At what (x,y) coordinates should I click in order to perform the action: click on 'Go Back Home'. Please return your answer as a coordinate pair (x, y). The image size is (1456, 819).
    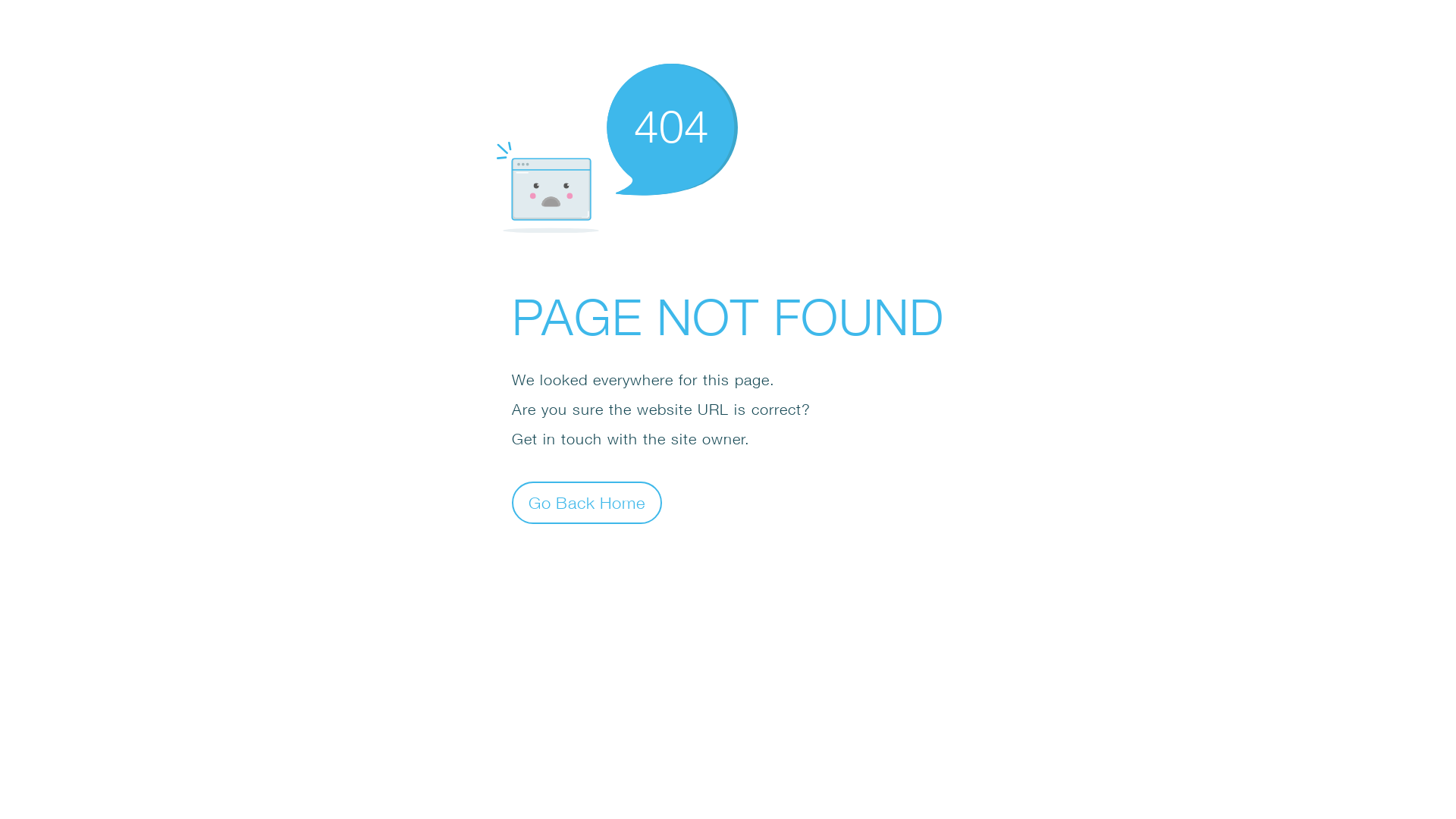
    Looking at the image, I should click on (585, 503).